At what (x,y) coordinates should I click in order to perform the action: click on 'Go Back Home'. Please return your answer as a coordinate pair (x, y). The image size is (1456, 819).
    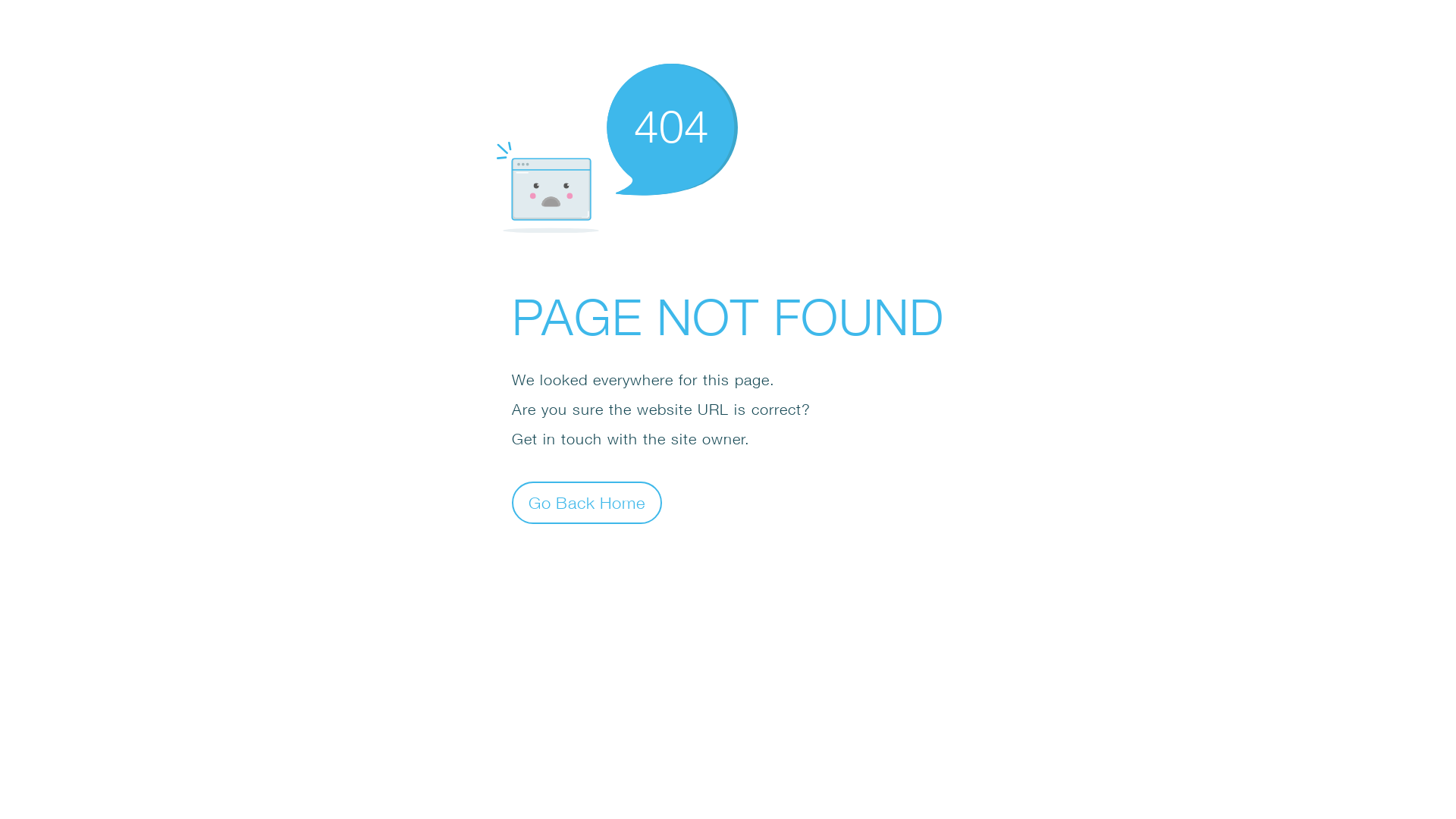
    Looking at the image, I should click on (585, 503).